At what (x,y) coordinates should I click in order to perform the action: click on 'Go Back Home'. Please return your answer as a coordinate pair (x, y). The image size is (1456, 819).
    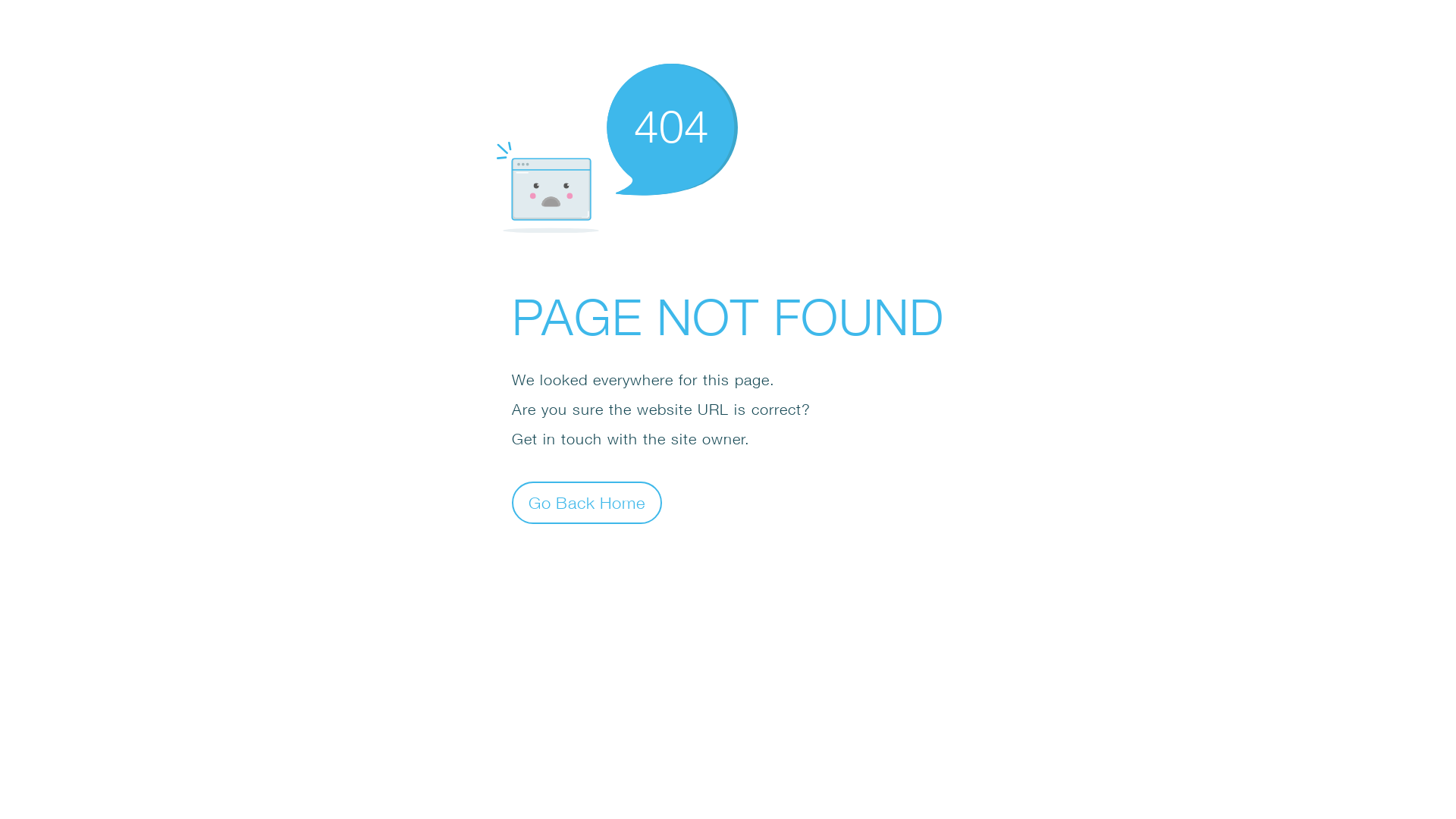
    Looking at the image, I should click on (585, 503).